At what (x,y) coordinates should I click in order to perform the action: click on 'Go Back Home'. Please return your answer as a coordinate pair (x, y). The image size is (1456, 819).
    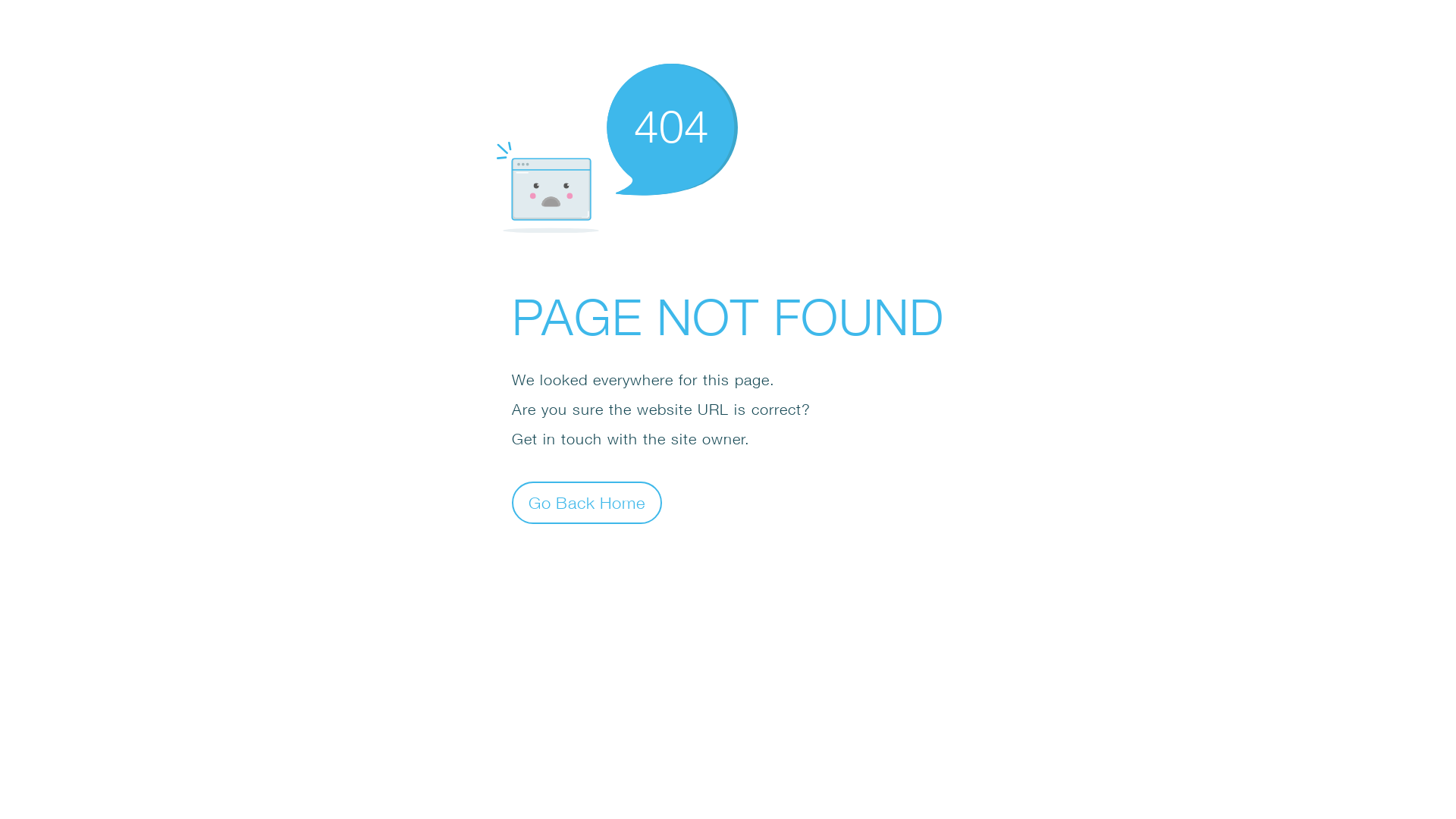
    Looking at the image, I should click on (585, 503).